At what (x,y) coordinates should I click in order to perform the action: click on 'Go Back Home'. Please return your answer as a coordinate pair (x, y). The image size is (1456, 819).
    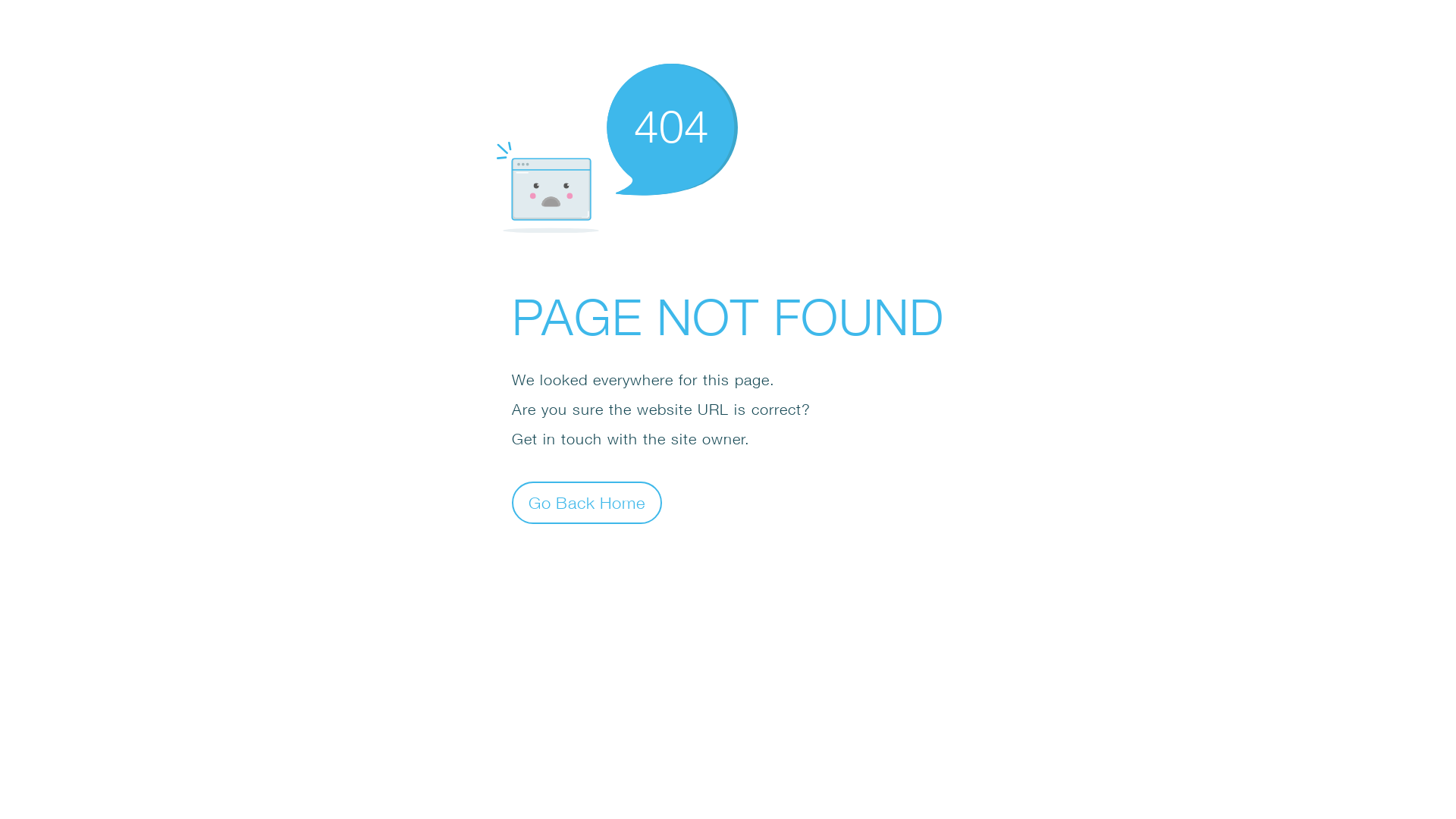
    Looking at the image, I should click on (585, 503).